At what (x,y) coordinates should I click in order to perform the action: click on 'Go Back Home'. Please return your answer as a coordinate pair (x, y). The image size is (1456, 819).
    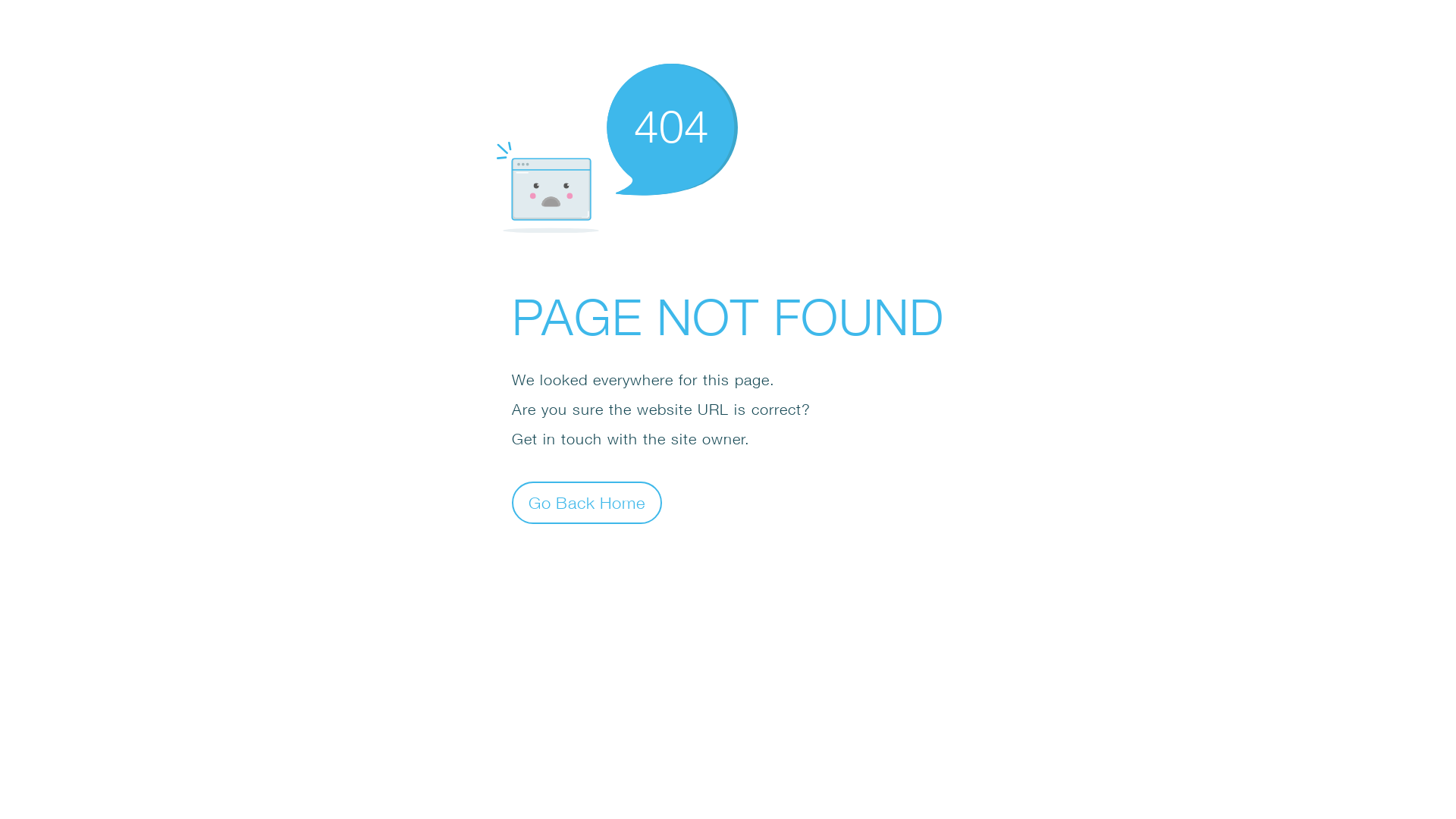
    Looking at the image, I should click on (585, 503).